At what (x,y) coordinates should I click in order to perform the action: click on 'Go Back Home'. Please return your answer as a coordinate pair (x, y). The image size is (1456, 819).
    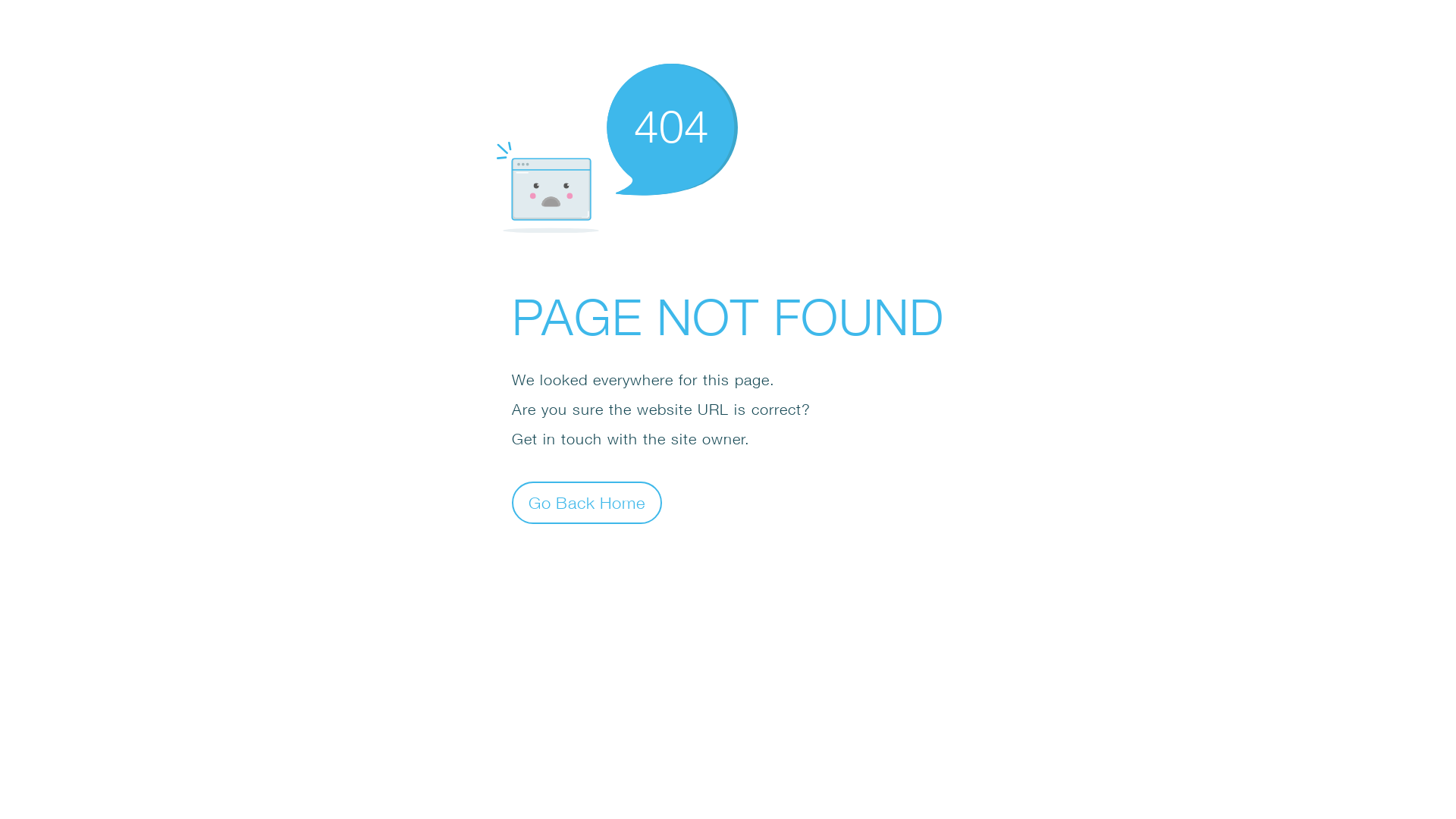
    Looking at the image, I should click on (585, 503).